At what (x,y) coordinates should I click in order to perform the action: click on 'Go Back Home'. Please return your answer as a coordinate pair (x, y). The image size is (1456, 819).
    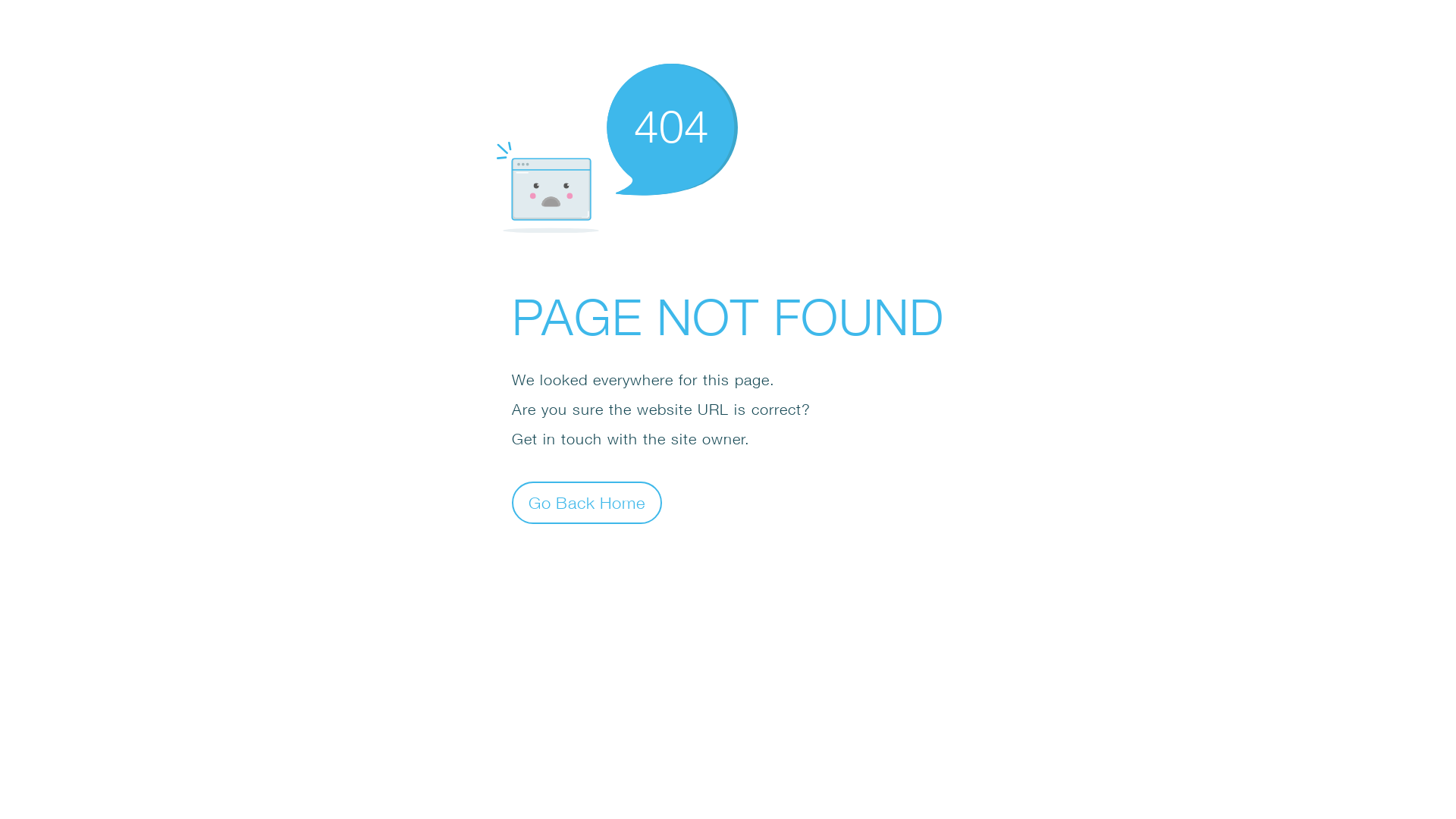
    Looking at the image, I should click on (585, 503).